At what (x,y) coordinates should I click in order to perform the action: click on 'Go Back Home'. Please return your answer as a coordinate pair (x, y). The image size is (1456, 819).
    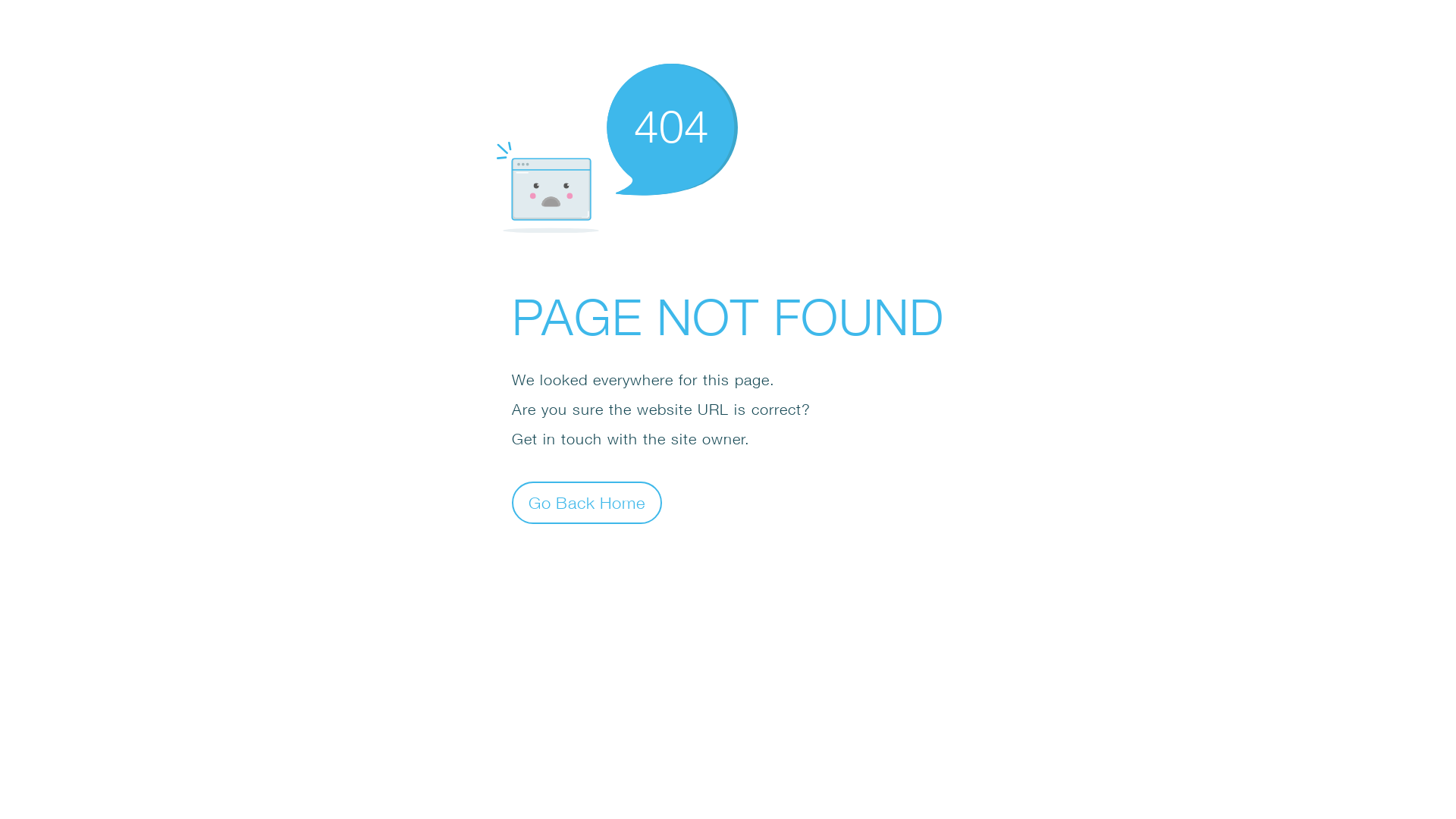
    Looking at the image, I should click on (585, 503).